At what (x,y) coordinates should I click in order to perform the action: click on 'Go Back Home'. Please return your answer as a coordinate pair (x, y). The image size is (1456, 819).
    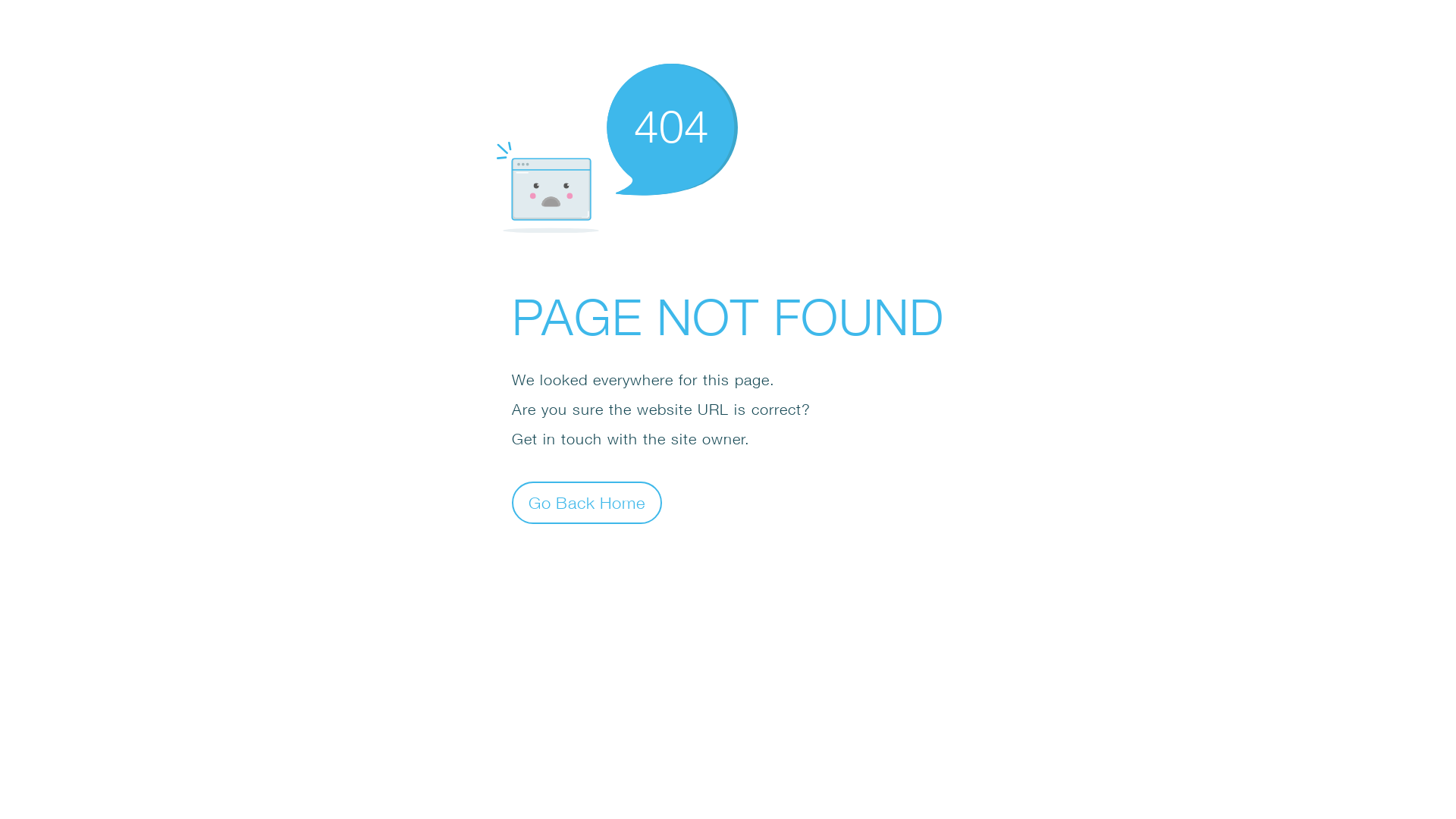
    Looking at the image, I should click on (585, 503).